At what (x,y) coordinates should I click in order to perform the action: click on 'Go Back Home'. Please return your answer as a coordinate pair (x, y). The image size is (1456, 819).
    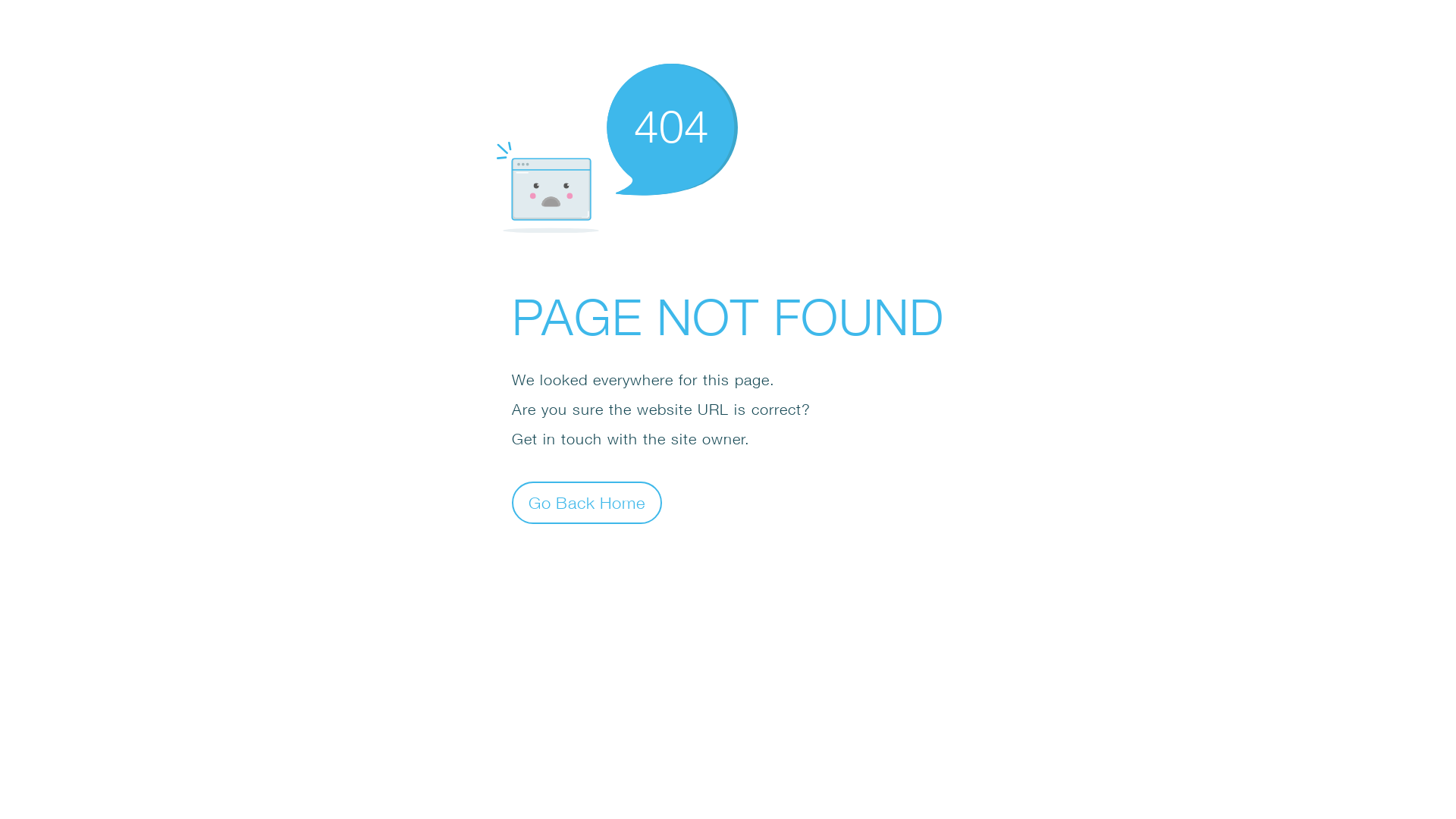
    Looking at the image, I should click on (585, 503).